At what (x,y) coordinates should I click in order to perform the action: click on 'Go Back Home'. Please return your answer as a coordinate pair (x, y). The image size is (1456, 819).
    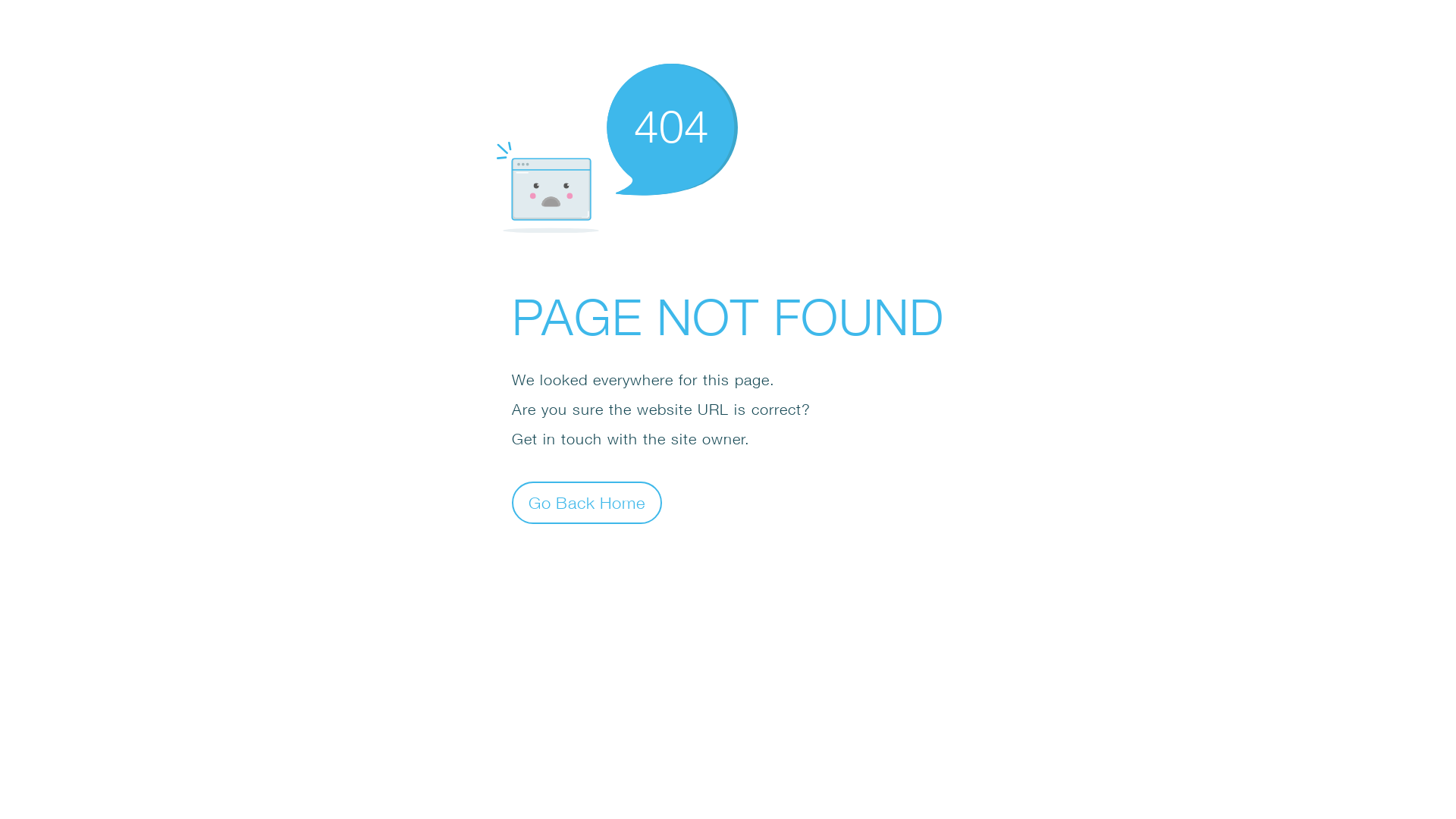
    Looking at the image, I should click on (585, 503).